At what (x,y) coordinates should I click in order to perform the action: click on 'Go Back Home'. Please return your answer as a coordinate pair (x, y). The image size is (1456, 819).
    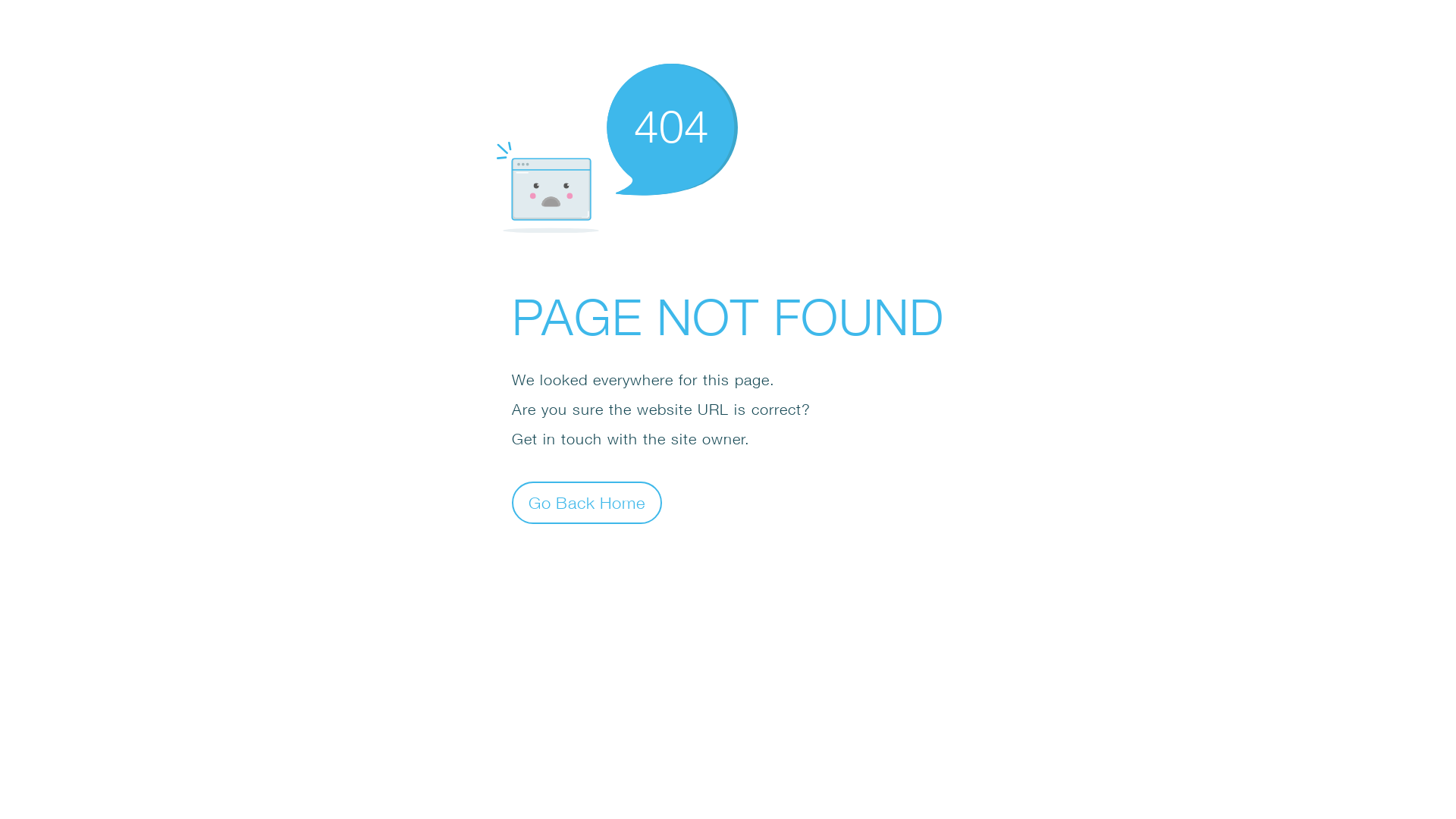
    Looking at the image, I should click on (585, 503).